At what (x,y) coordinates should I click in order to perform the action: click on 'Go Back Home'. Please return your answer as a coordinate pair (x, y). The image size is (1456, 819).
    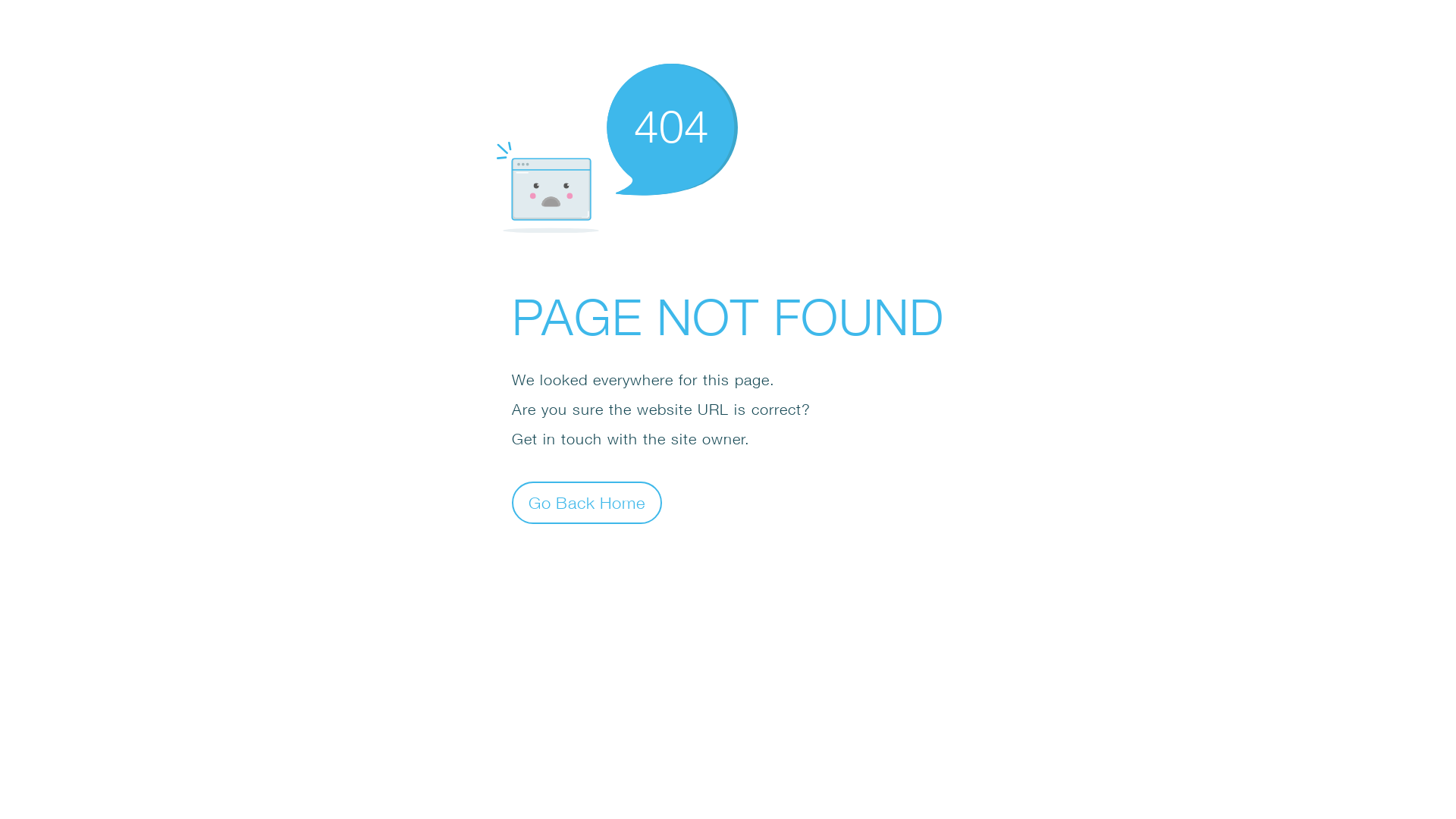
    Looking at the image, I should click on (585, 503).